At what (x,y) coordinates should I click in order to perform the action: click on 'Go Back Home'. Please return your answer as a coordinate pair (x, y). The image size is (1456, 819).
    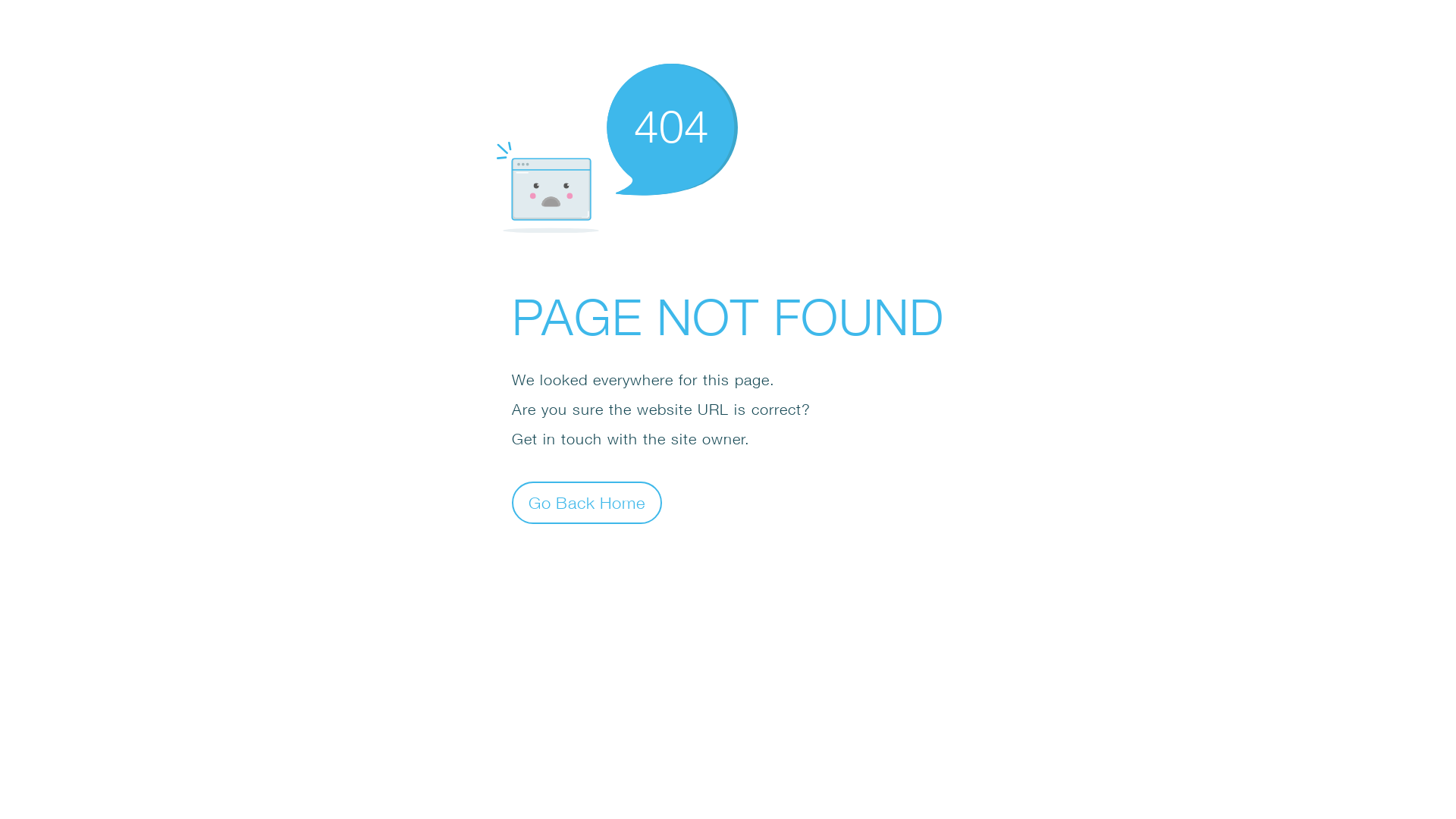
    Looking at the image, I should click on (585, 503).